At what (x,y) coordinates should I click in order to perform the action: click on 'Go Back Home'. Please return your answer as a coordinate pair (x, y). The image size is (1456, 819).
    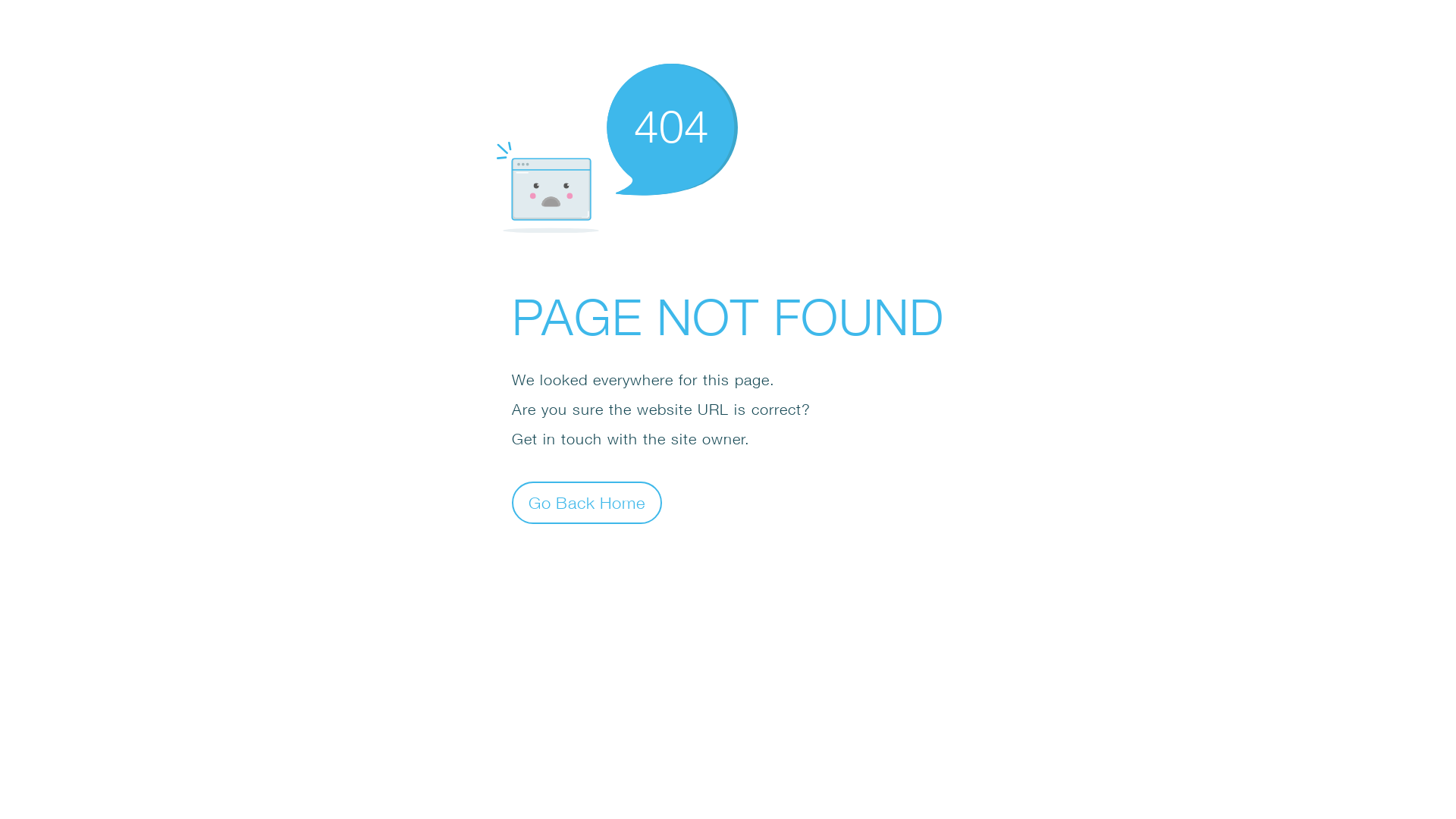
    Looking at the image, I should click on (585, 503).